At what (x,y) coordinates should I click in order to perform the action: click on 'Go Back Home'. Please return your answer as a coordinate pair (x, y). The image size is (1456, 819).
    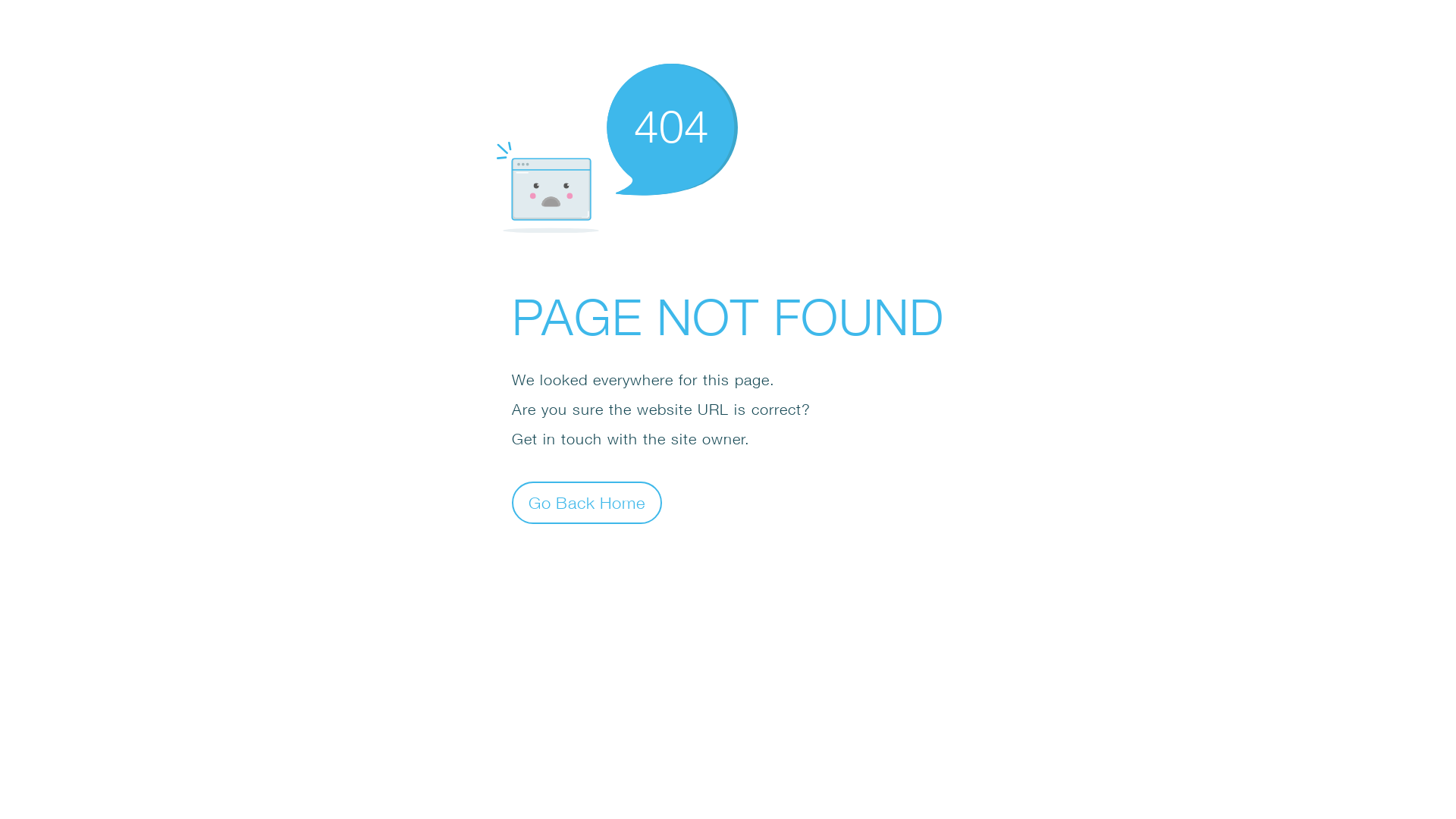
    Looking at the image, I should click on (585, 503).